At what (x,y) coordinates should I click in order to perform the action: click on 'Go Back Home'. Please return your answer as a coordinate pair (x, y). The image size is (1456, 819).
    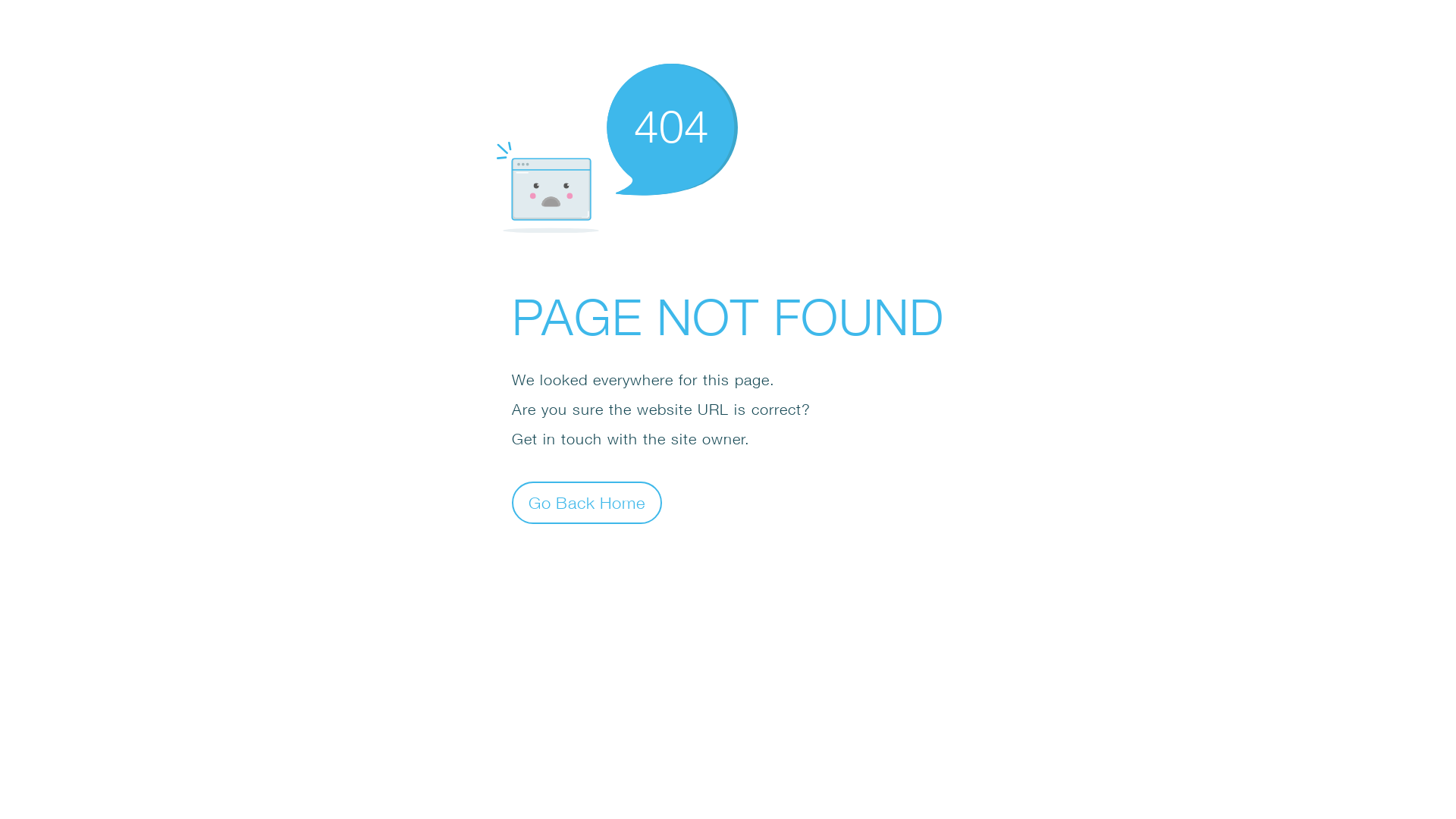
    Looking at the image, I should click on (585, 503).